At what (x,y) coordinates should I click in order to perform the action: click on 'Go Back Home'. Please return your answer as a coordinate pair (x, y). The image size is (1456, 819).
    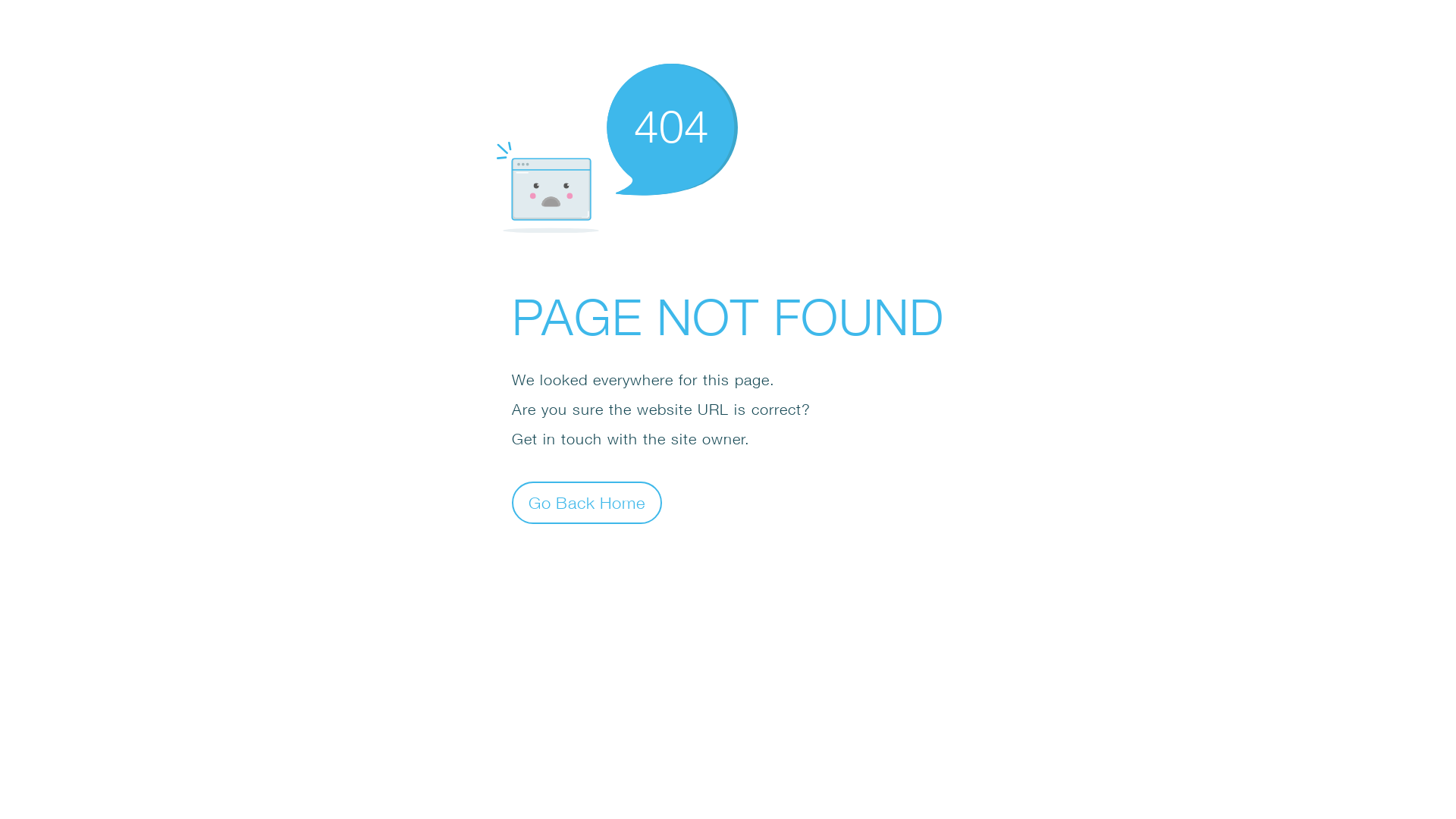
    Looking at the image, I should click on (585, 503).